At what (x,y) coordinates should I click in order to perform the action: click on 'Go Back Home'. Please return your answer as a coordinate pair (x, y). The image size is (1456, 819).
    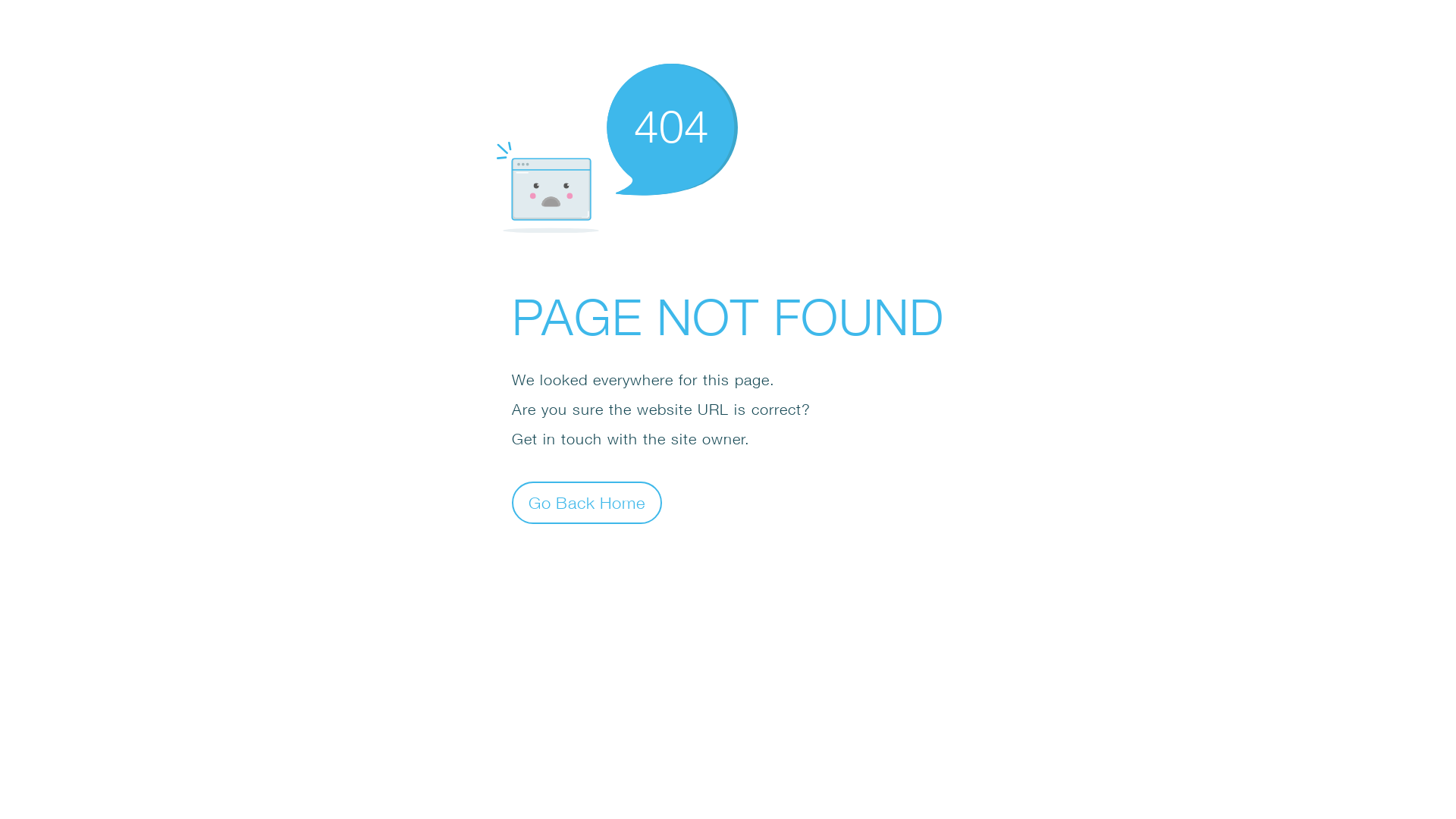
    Looking at the image, I should click on (585, 503).